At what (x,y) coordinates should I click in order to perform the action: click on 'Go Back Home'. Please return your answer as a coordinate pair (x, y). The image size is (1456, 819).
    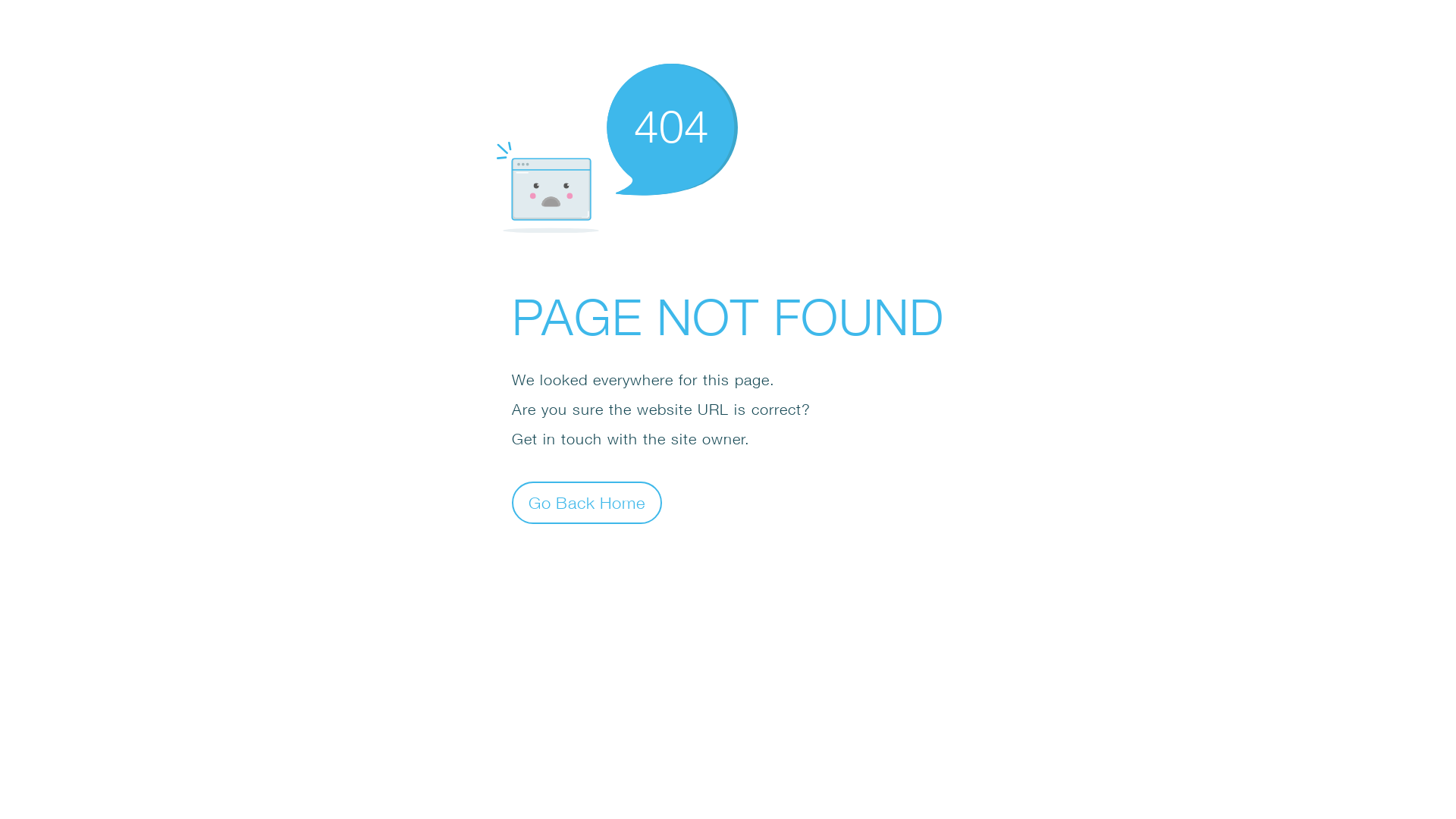
    Looking at the image, I should click on (585, 503).